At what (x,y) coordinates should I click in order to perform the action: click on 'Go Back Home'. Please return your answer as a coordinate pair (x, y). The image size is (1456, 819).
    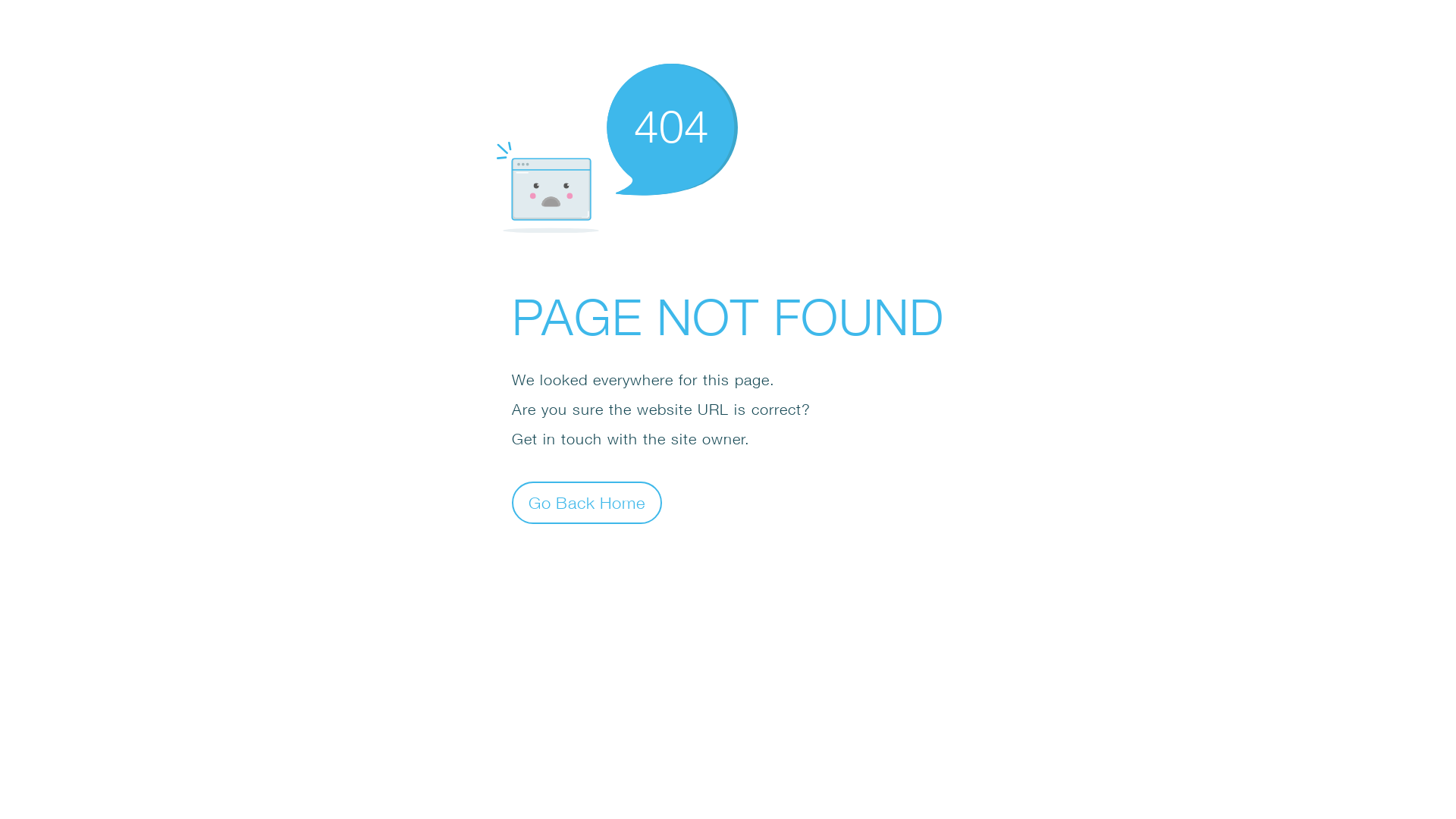
    Looking at the image, I should click on (585, 503).